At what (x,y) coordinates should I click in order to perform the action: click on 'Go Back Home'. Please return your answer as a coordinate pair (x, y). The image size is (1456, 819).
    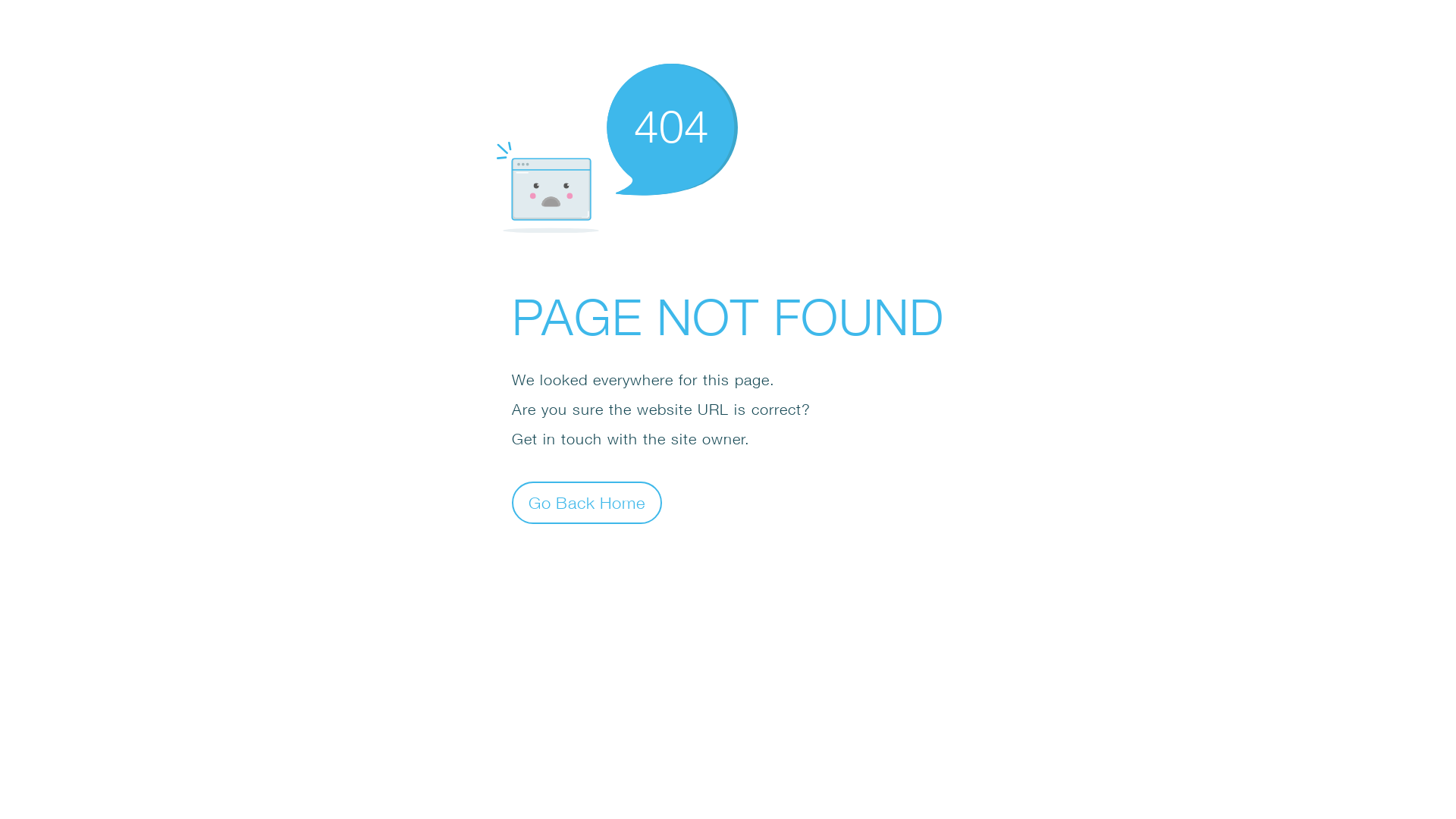
    Looking at the image, I should click on (585, 503).